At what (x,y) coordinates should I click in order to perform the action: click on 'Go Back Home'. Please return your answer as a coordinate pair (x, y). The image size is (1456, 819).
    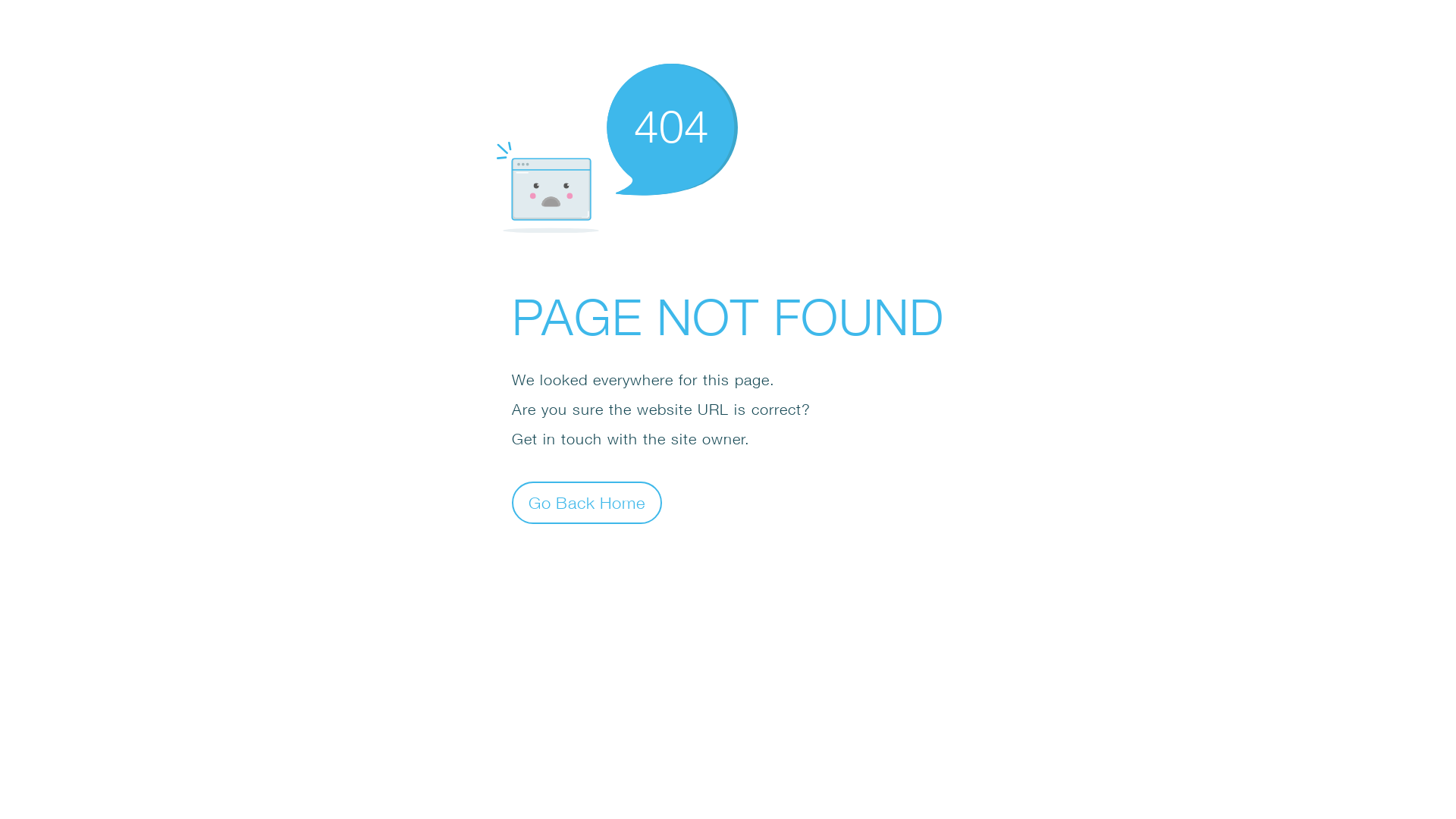
    Looking at the image, I should click on (585, 503).